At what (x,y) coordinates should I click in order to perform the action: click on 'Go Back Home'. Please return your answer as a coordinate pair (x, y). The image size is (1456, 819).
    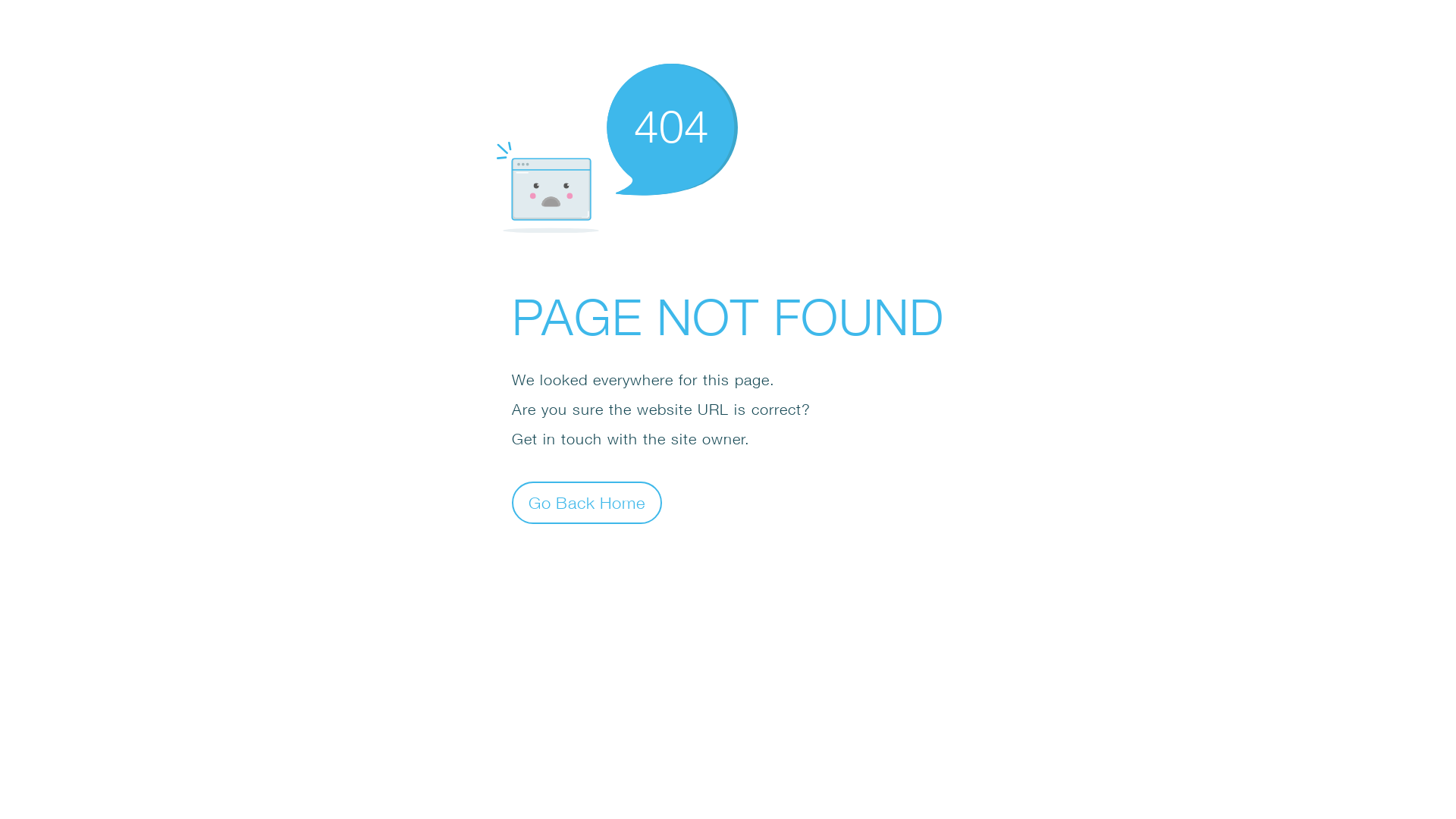
    Looking at the image, I should click on (585, 503).